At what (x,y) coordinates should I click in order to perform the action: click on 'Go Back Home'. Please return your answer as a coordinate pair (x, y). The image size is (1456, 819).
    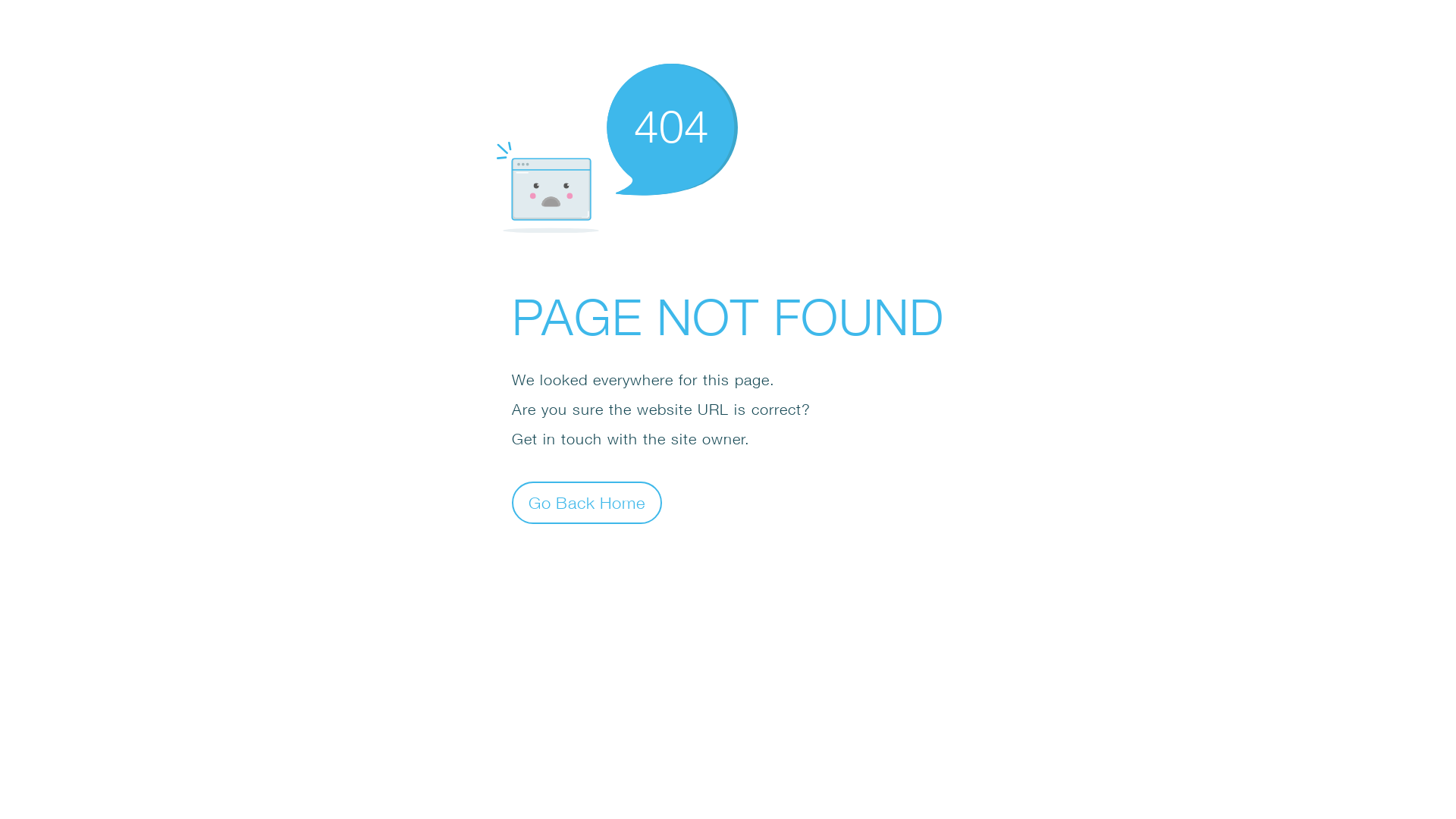
    Looking at the image, I should click on (585, 503).